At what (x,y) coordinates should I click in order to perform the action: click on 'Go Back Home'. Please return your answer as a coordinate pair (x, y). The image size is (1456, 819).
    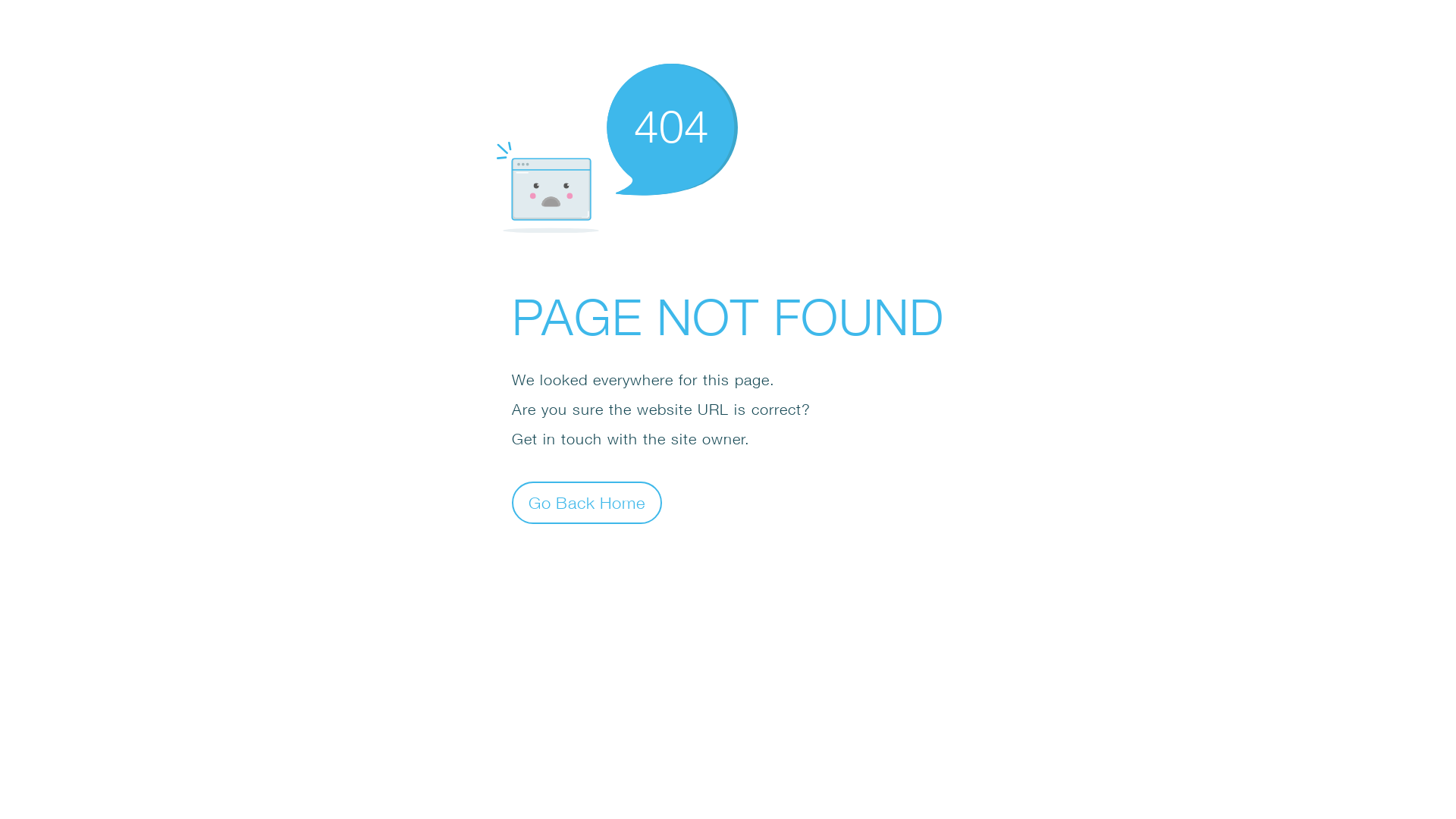
    Looking at the image, I should click on (585, 503).